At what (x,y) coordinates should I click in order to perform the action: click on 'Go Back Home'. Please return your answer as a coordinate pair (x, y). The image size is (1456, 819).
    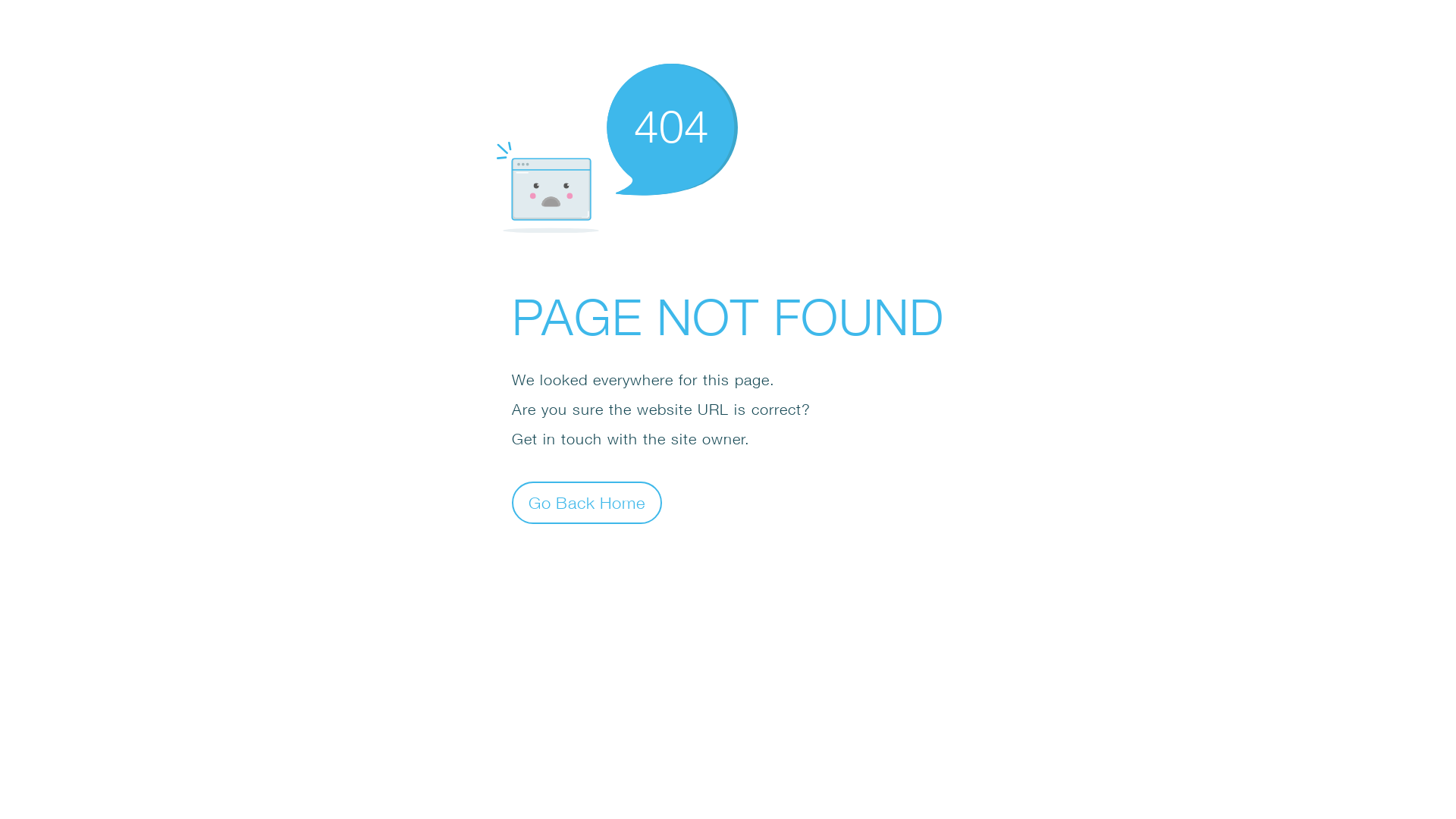
    Looking at the image, I should click on (585, 503).